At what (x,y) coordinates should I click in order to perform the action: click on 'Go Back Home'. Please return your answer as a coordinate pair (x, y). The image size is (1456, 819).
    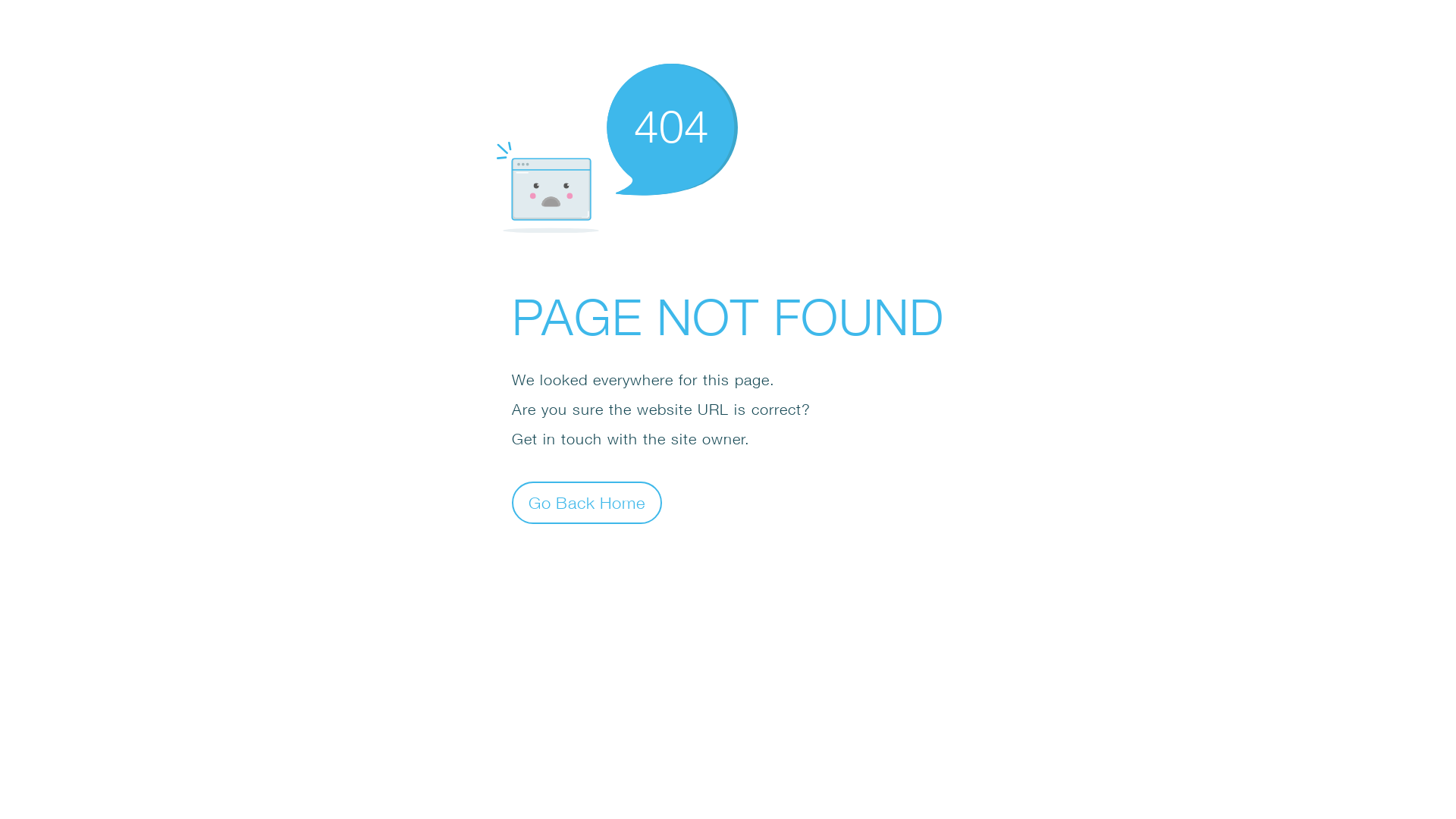
    Looking at the image, I should click on (585, 503).